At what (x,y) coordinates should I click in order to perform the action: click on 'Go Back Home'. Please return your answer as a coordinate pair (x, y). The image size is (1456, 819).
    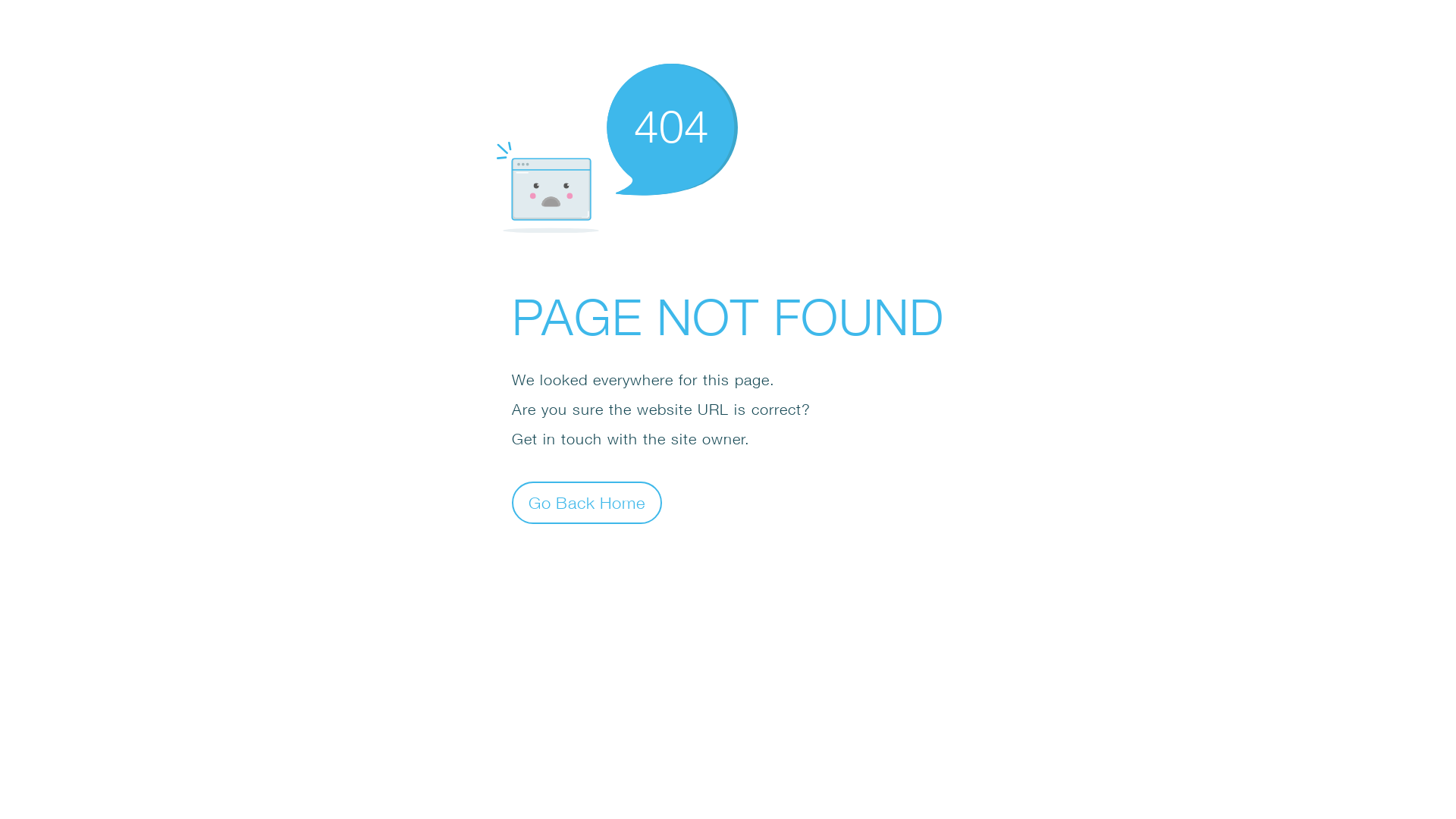
    Looking at the image, I should click on (585, 503).